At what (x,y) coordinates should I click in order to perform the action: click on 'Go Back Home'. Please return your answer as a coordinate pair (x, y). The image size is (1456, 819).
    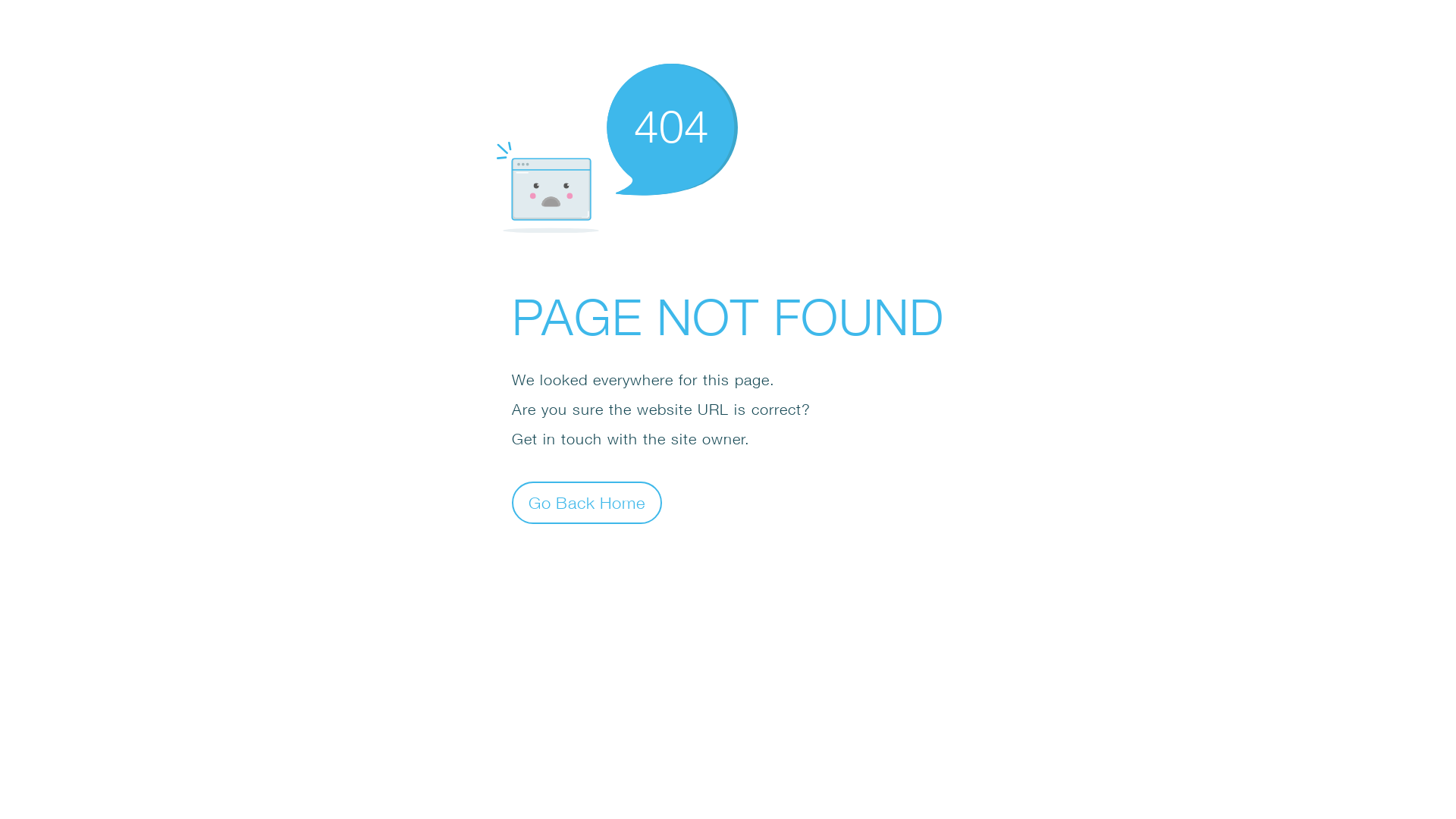
    Looking at the image, I should click on (585, 503).